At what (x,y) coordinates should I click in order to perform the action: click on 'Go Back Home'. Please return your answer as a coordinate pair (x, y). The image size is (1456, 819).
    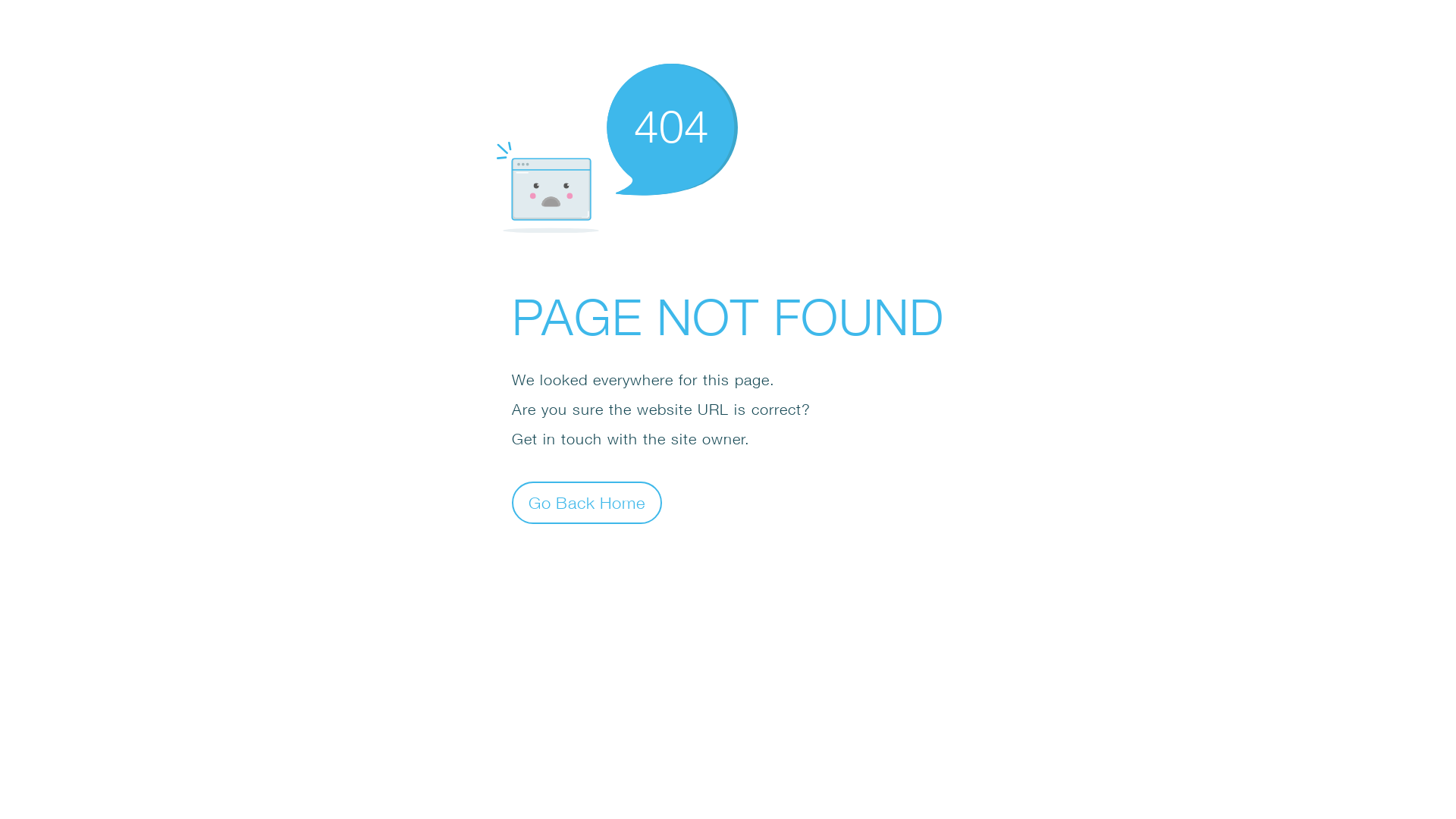
    Looking at the image, I should click on (585, 503).